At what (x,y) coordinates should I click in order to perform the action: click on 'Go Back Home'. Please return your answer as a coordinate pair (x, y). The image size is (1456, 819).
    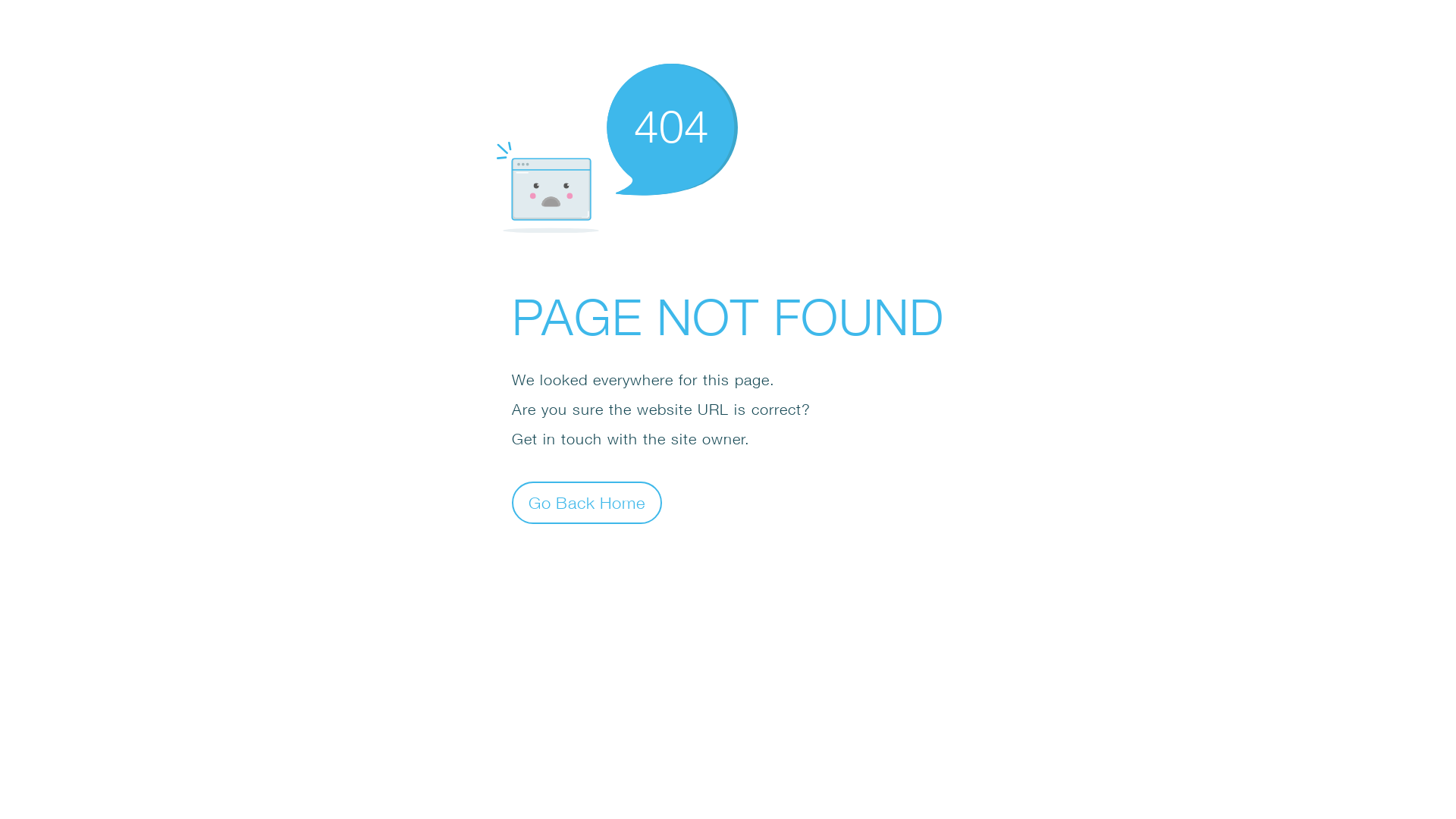
    Looking at the image, I should click on (585, 503).